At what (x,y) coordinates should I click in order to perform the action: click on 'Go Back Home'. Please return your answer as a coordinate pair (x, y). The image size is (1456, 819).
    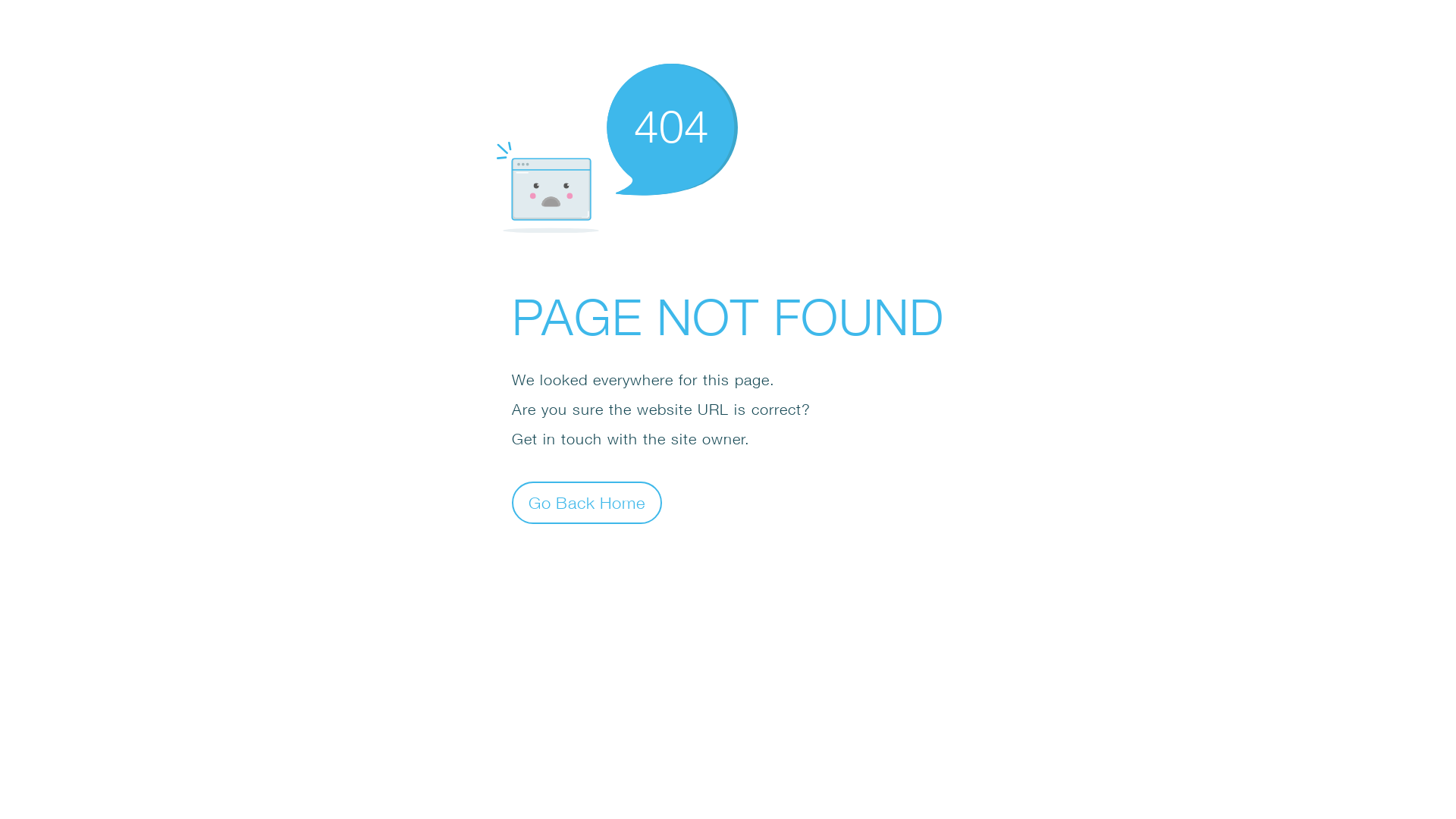
    Looking at the image, I should click on (585, 503).